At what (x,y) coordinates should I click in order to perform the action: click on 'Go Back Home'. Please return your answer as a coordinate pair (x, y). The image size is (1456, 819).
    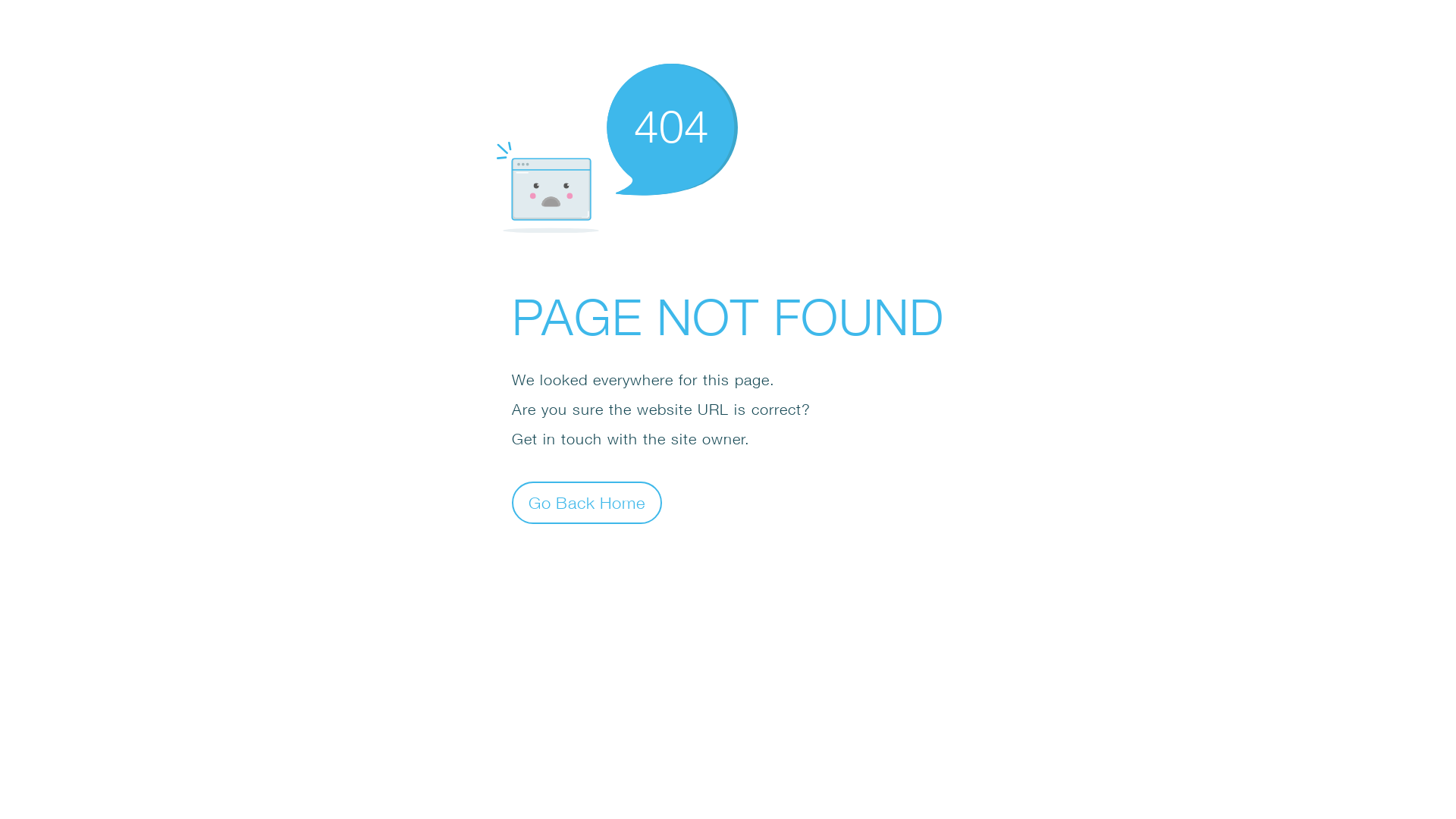
    Looking at the image, I should click on (585, 503).